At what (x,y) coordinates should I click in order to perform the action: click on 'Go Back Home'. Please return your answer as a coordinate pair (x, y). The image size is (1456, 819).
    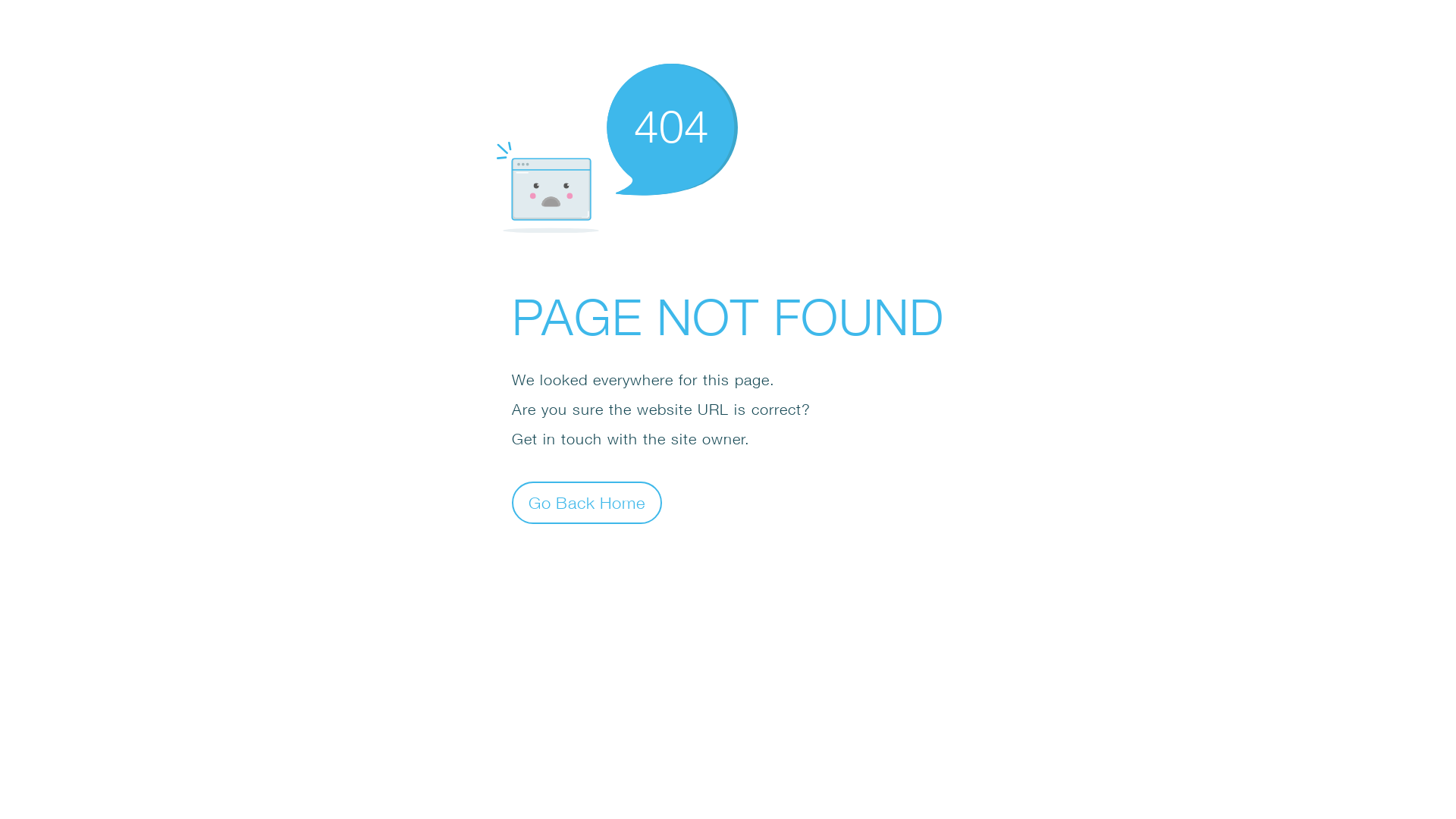
    Looking at the image, I should click on (585, 503).